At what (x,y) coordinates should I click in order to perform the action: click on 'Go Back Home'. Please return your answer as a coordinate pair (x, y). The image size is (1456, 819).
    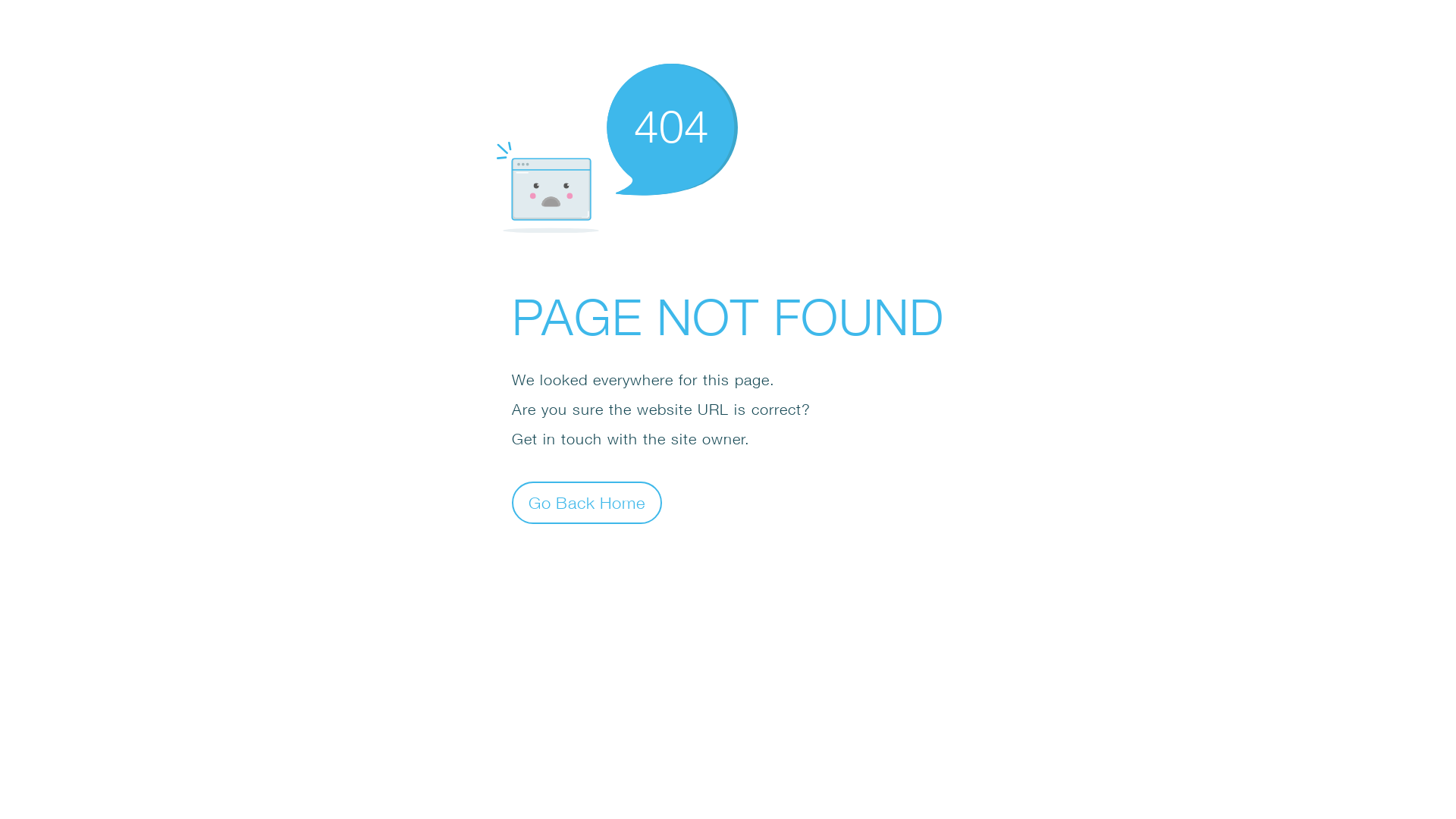
    Looking at the image, I should click on (585, 503).